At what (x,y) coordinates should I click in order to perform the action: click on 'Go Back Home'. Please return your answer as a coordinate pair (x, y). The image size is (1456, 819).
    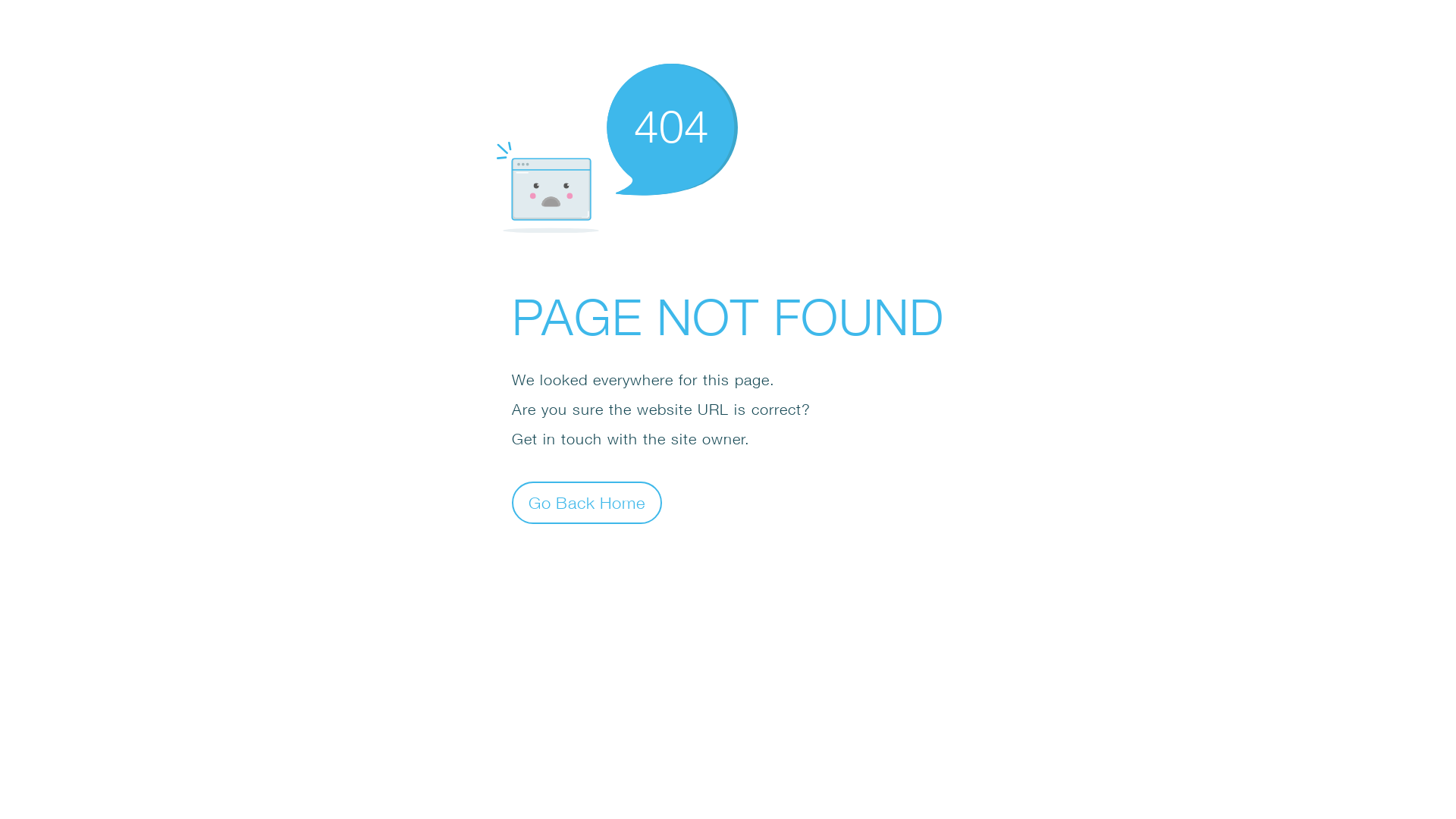
    Looking at the image, I should click on (585, 503).